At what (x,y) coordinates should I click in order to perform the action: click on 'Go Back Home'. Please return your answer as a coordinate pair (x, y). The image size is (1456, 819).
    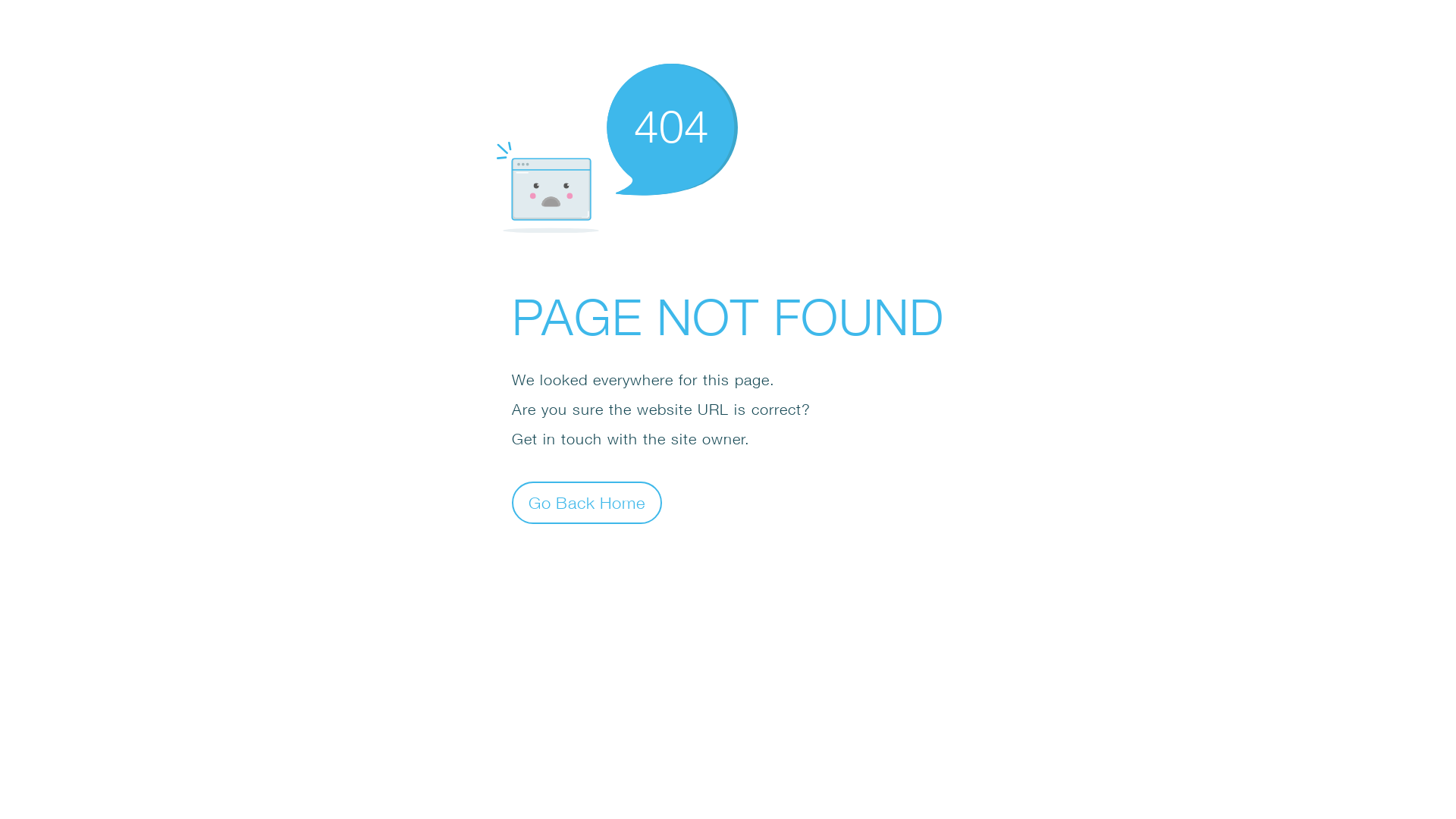
    Looking at the image, I should click on (585, 503).